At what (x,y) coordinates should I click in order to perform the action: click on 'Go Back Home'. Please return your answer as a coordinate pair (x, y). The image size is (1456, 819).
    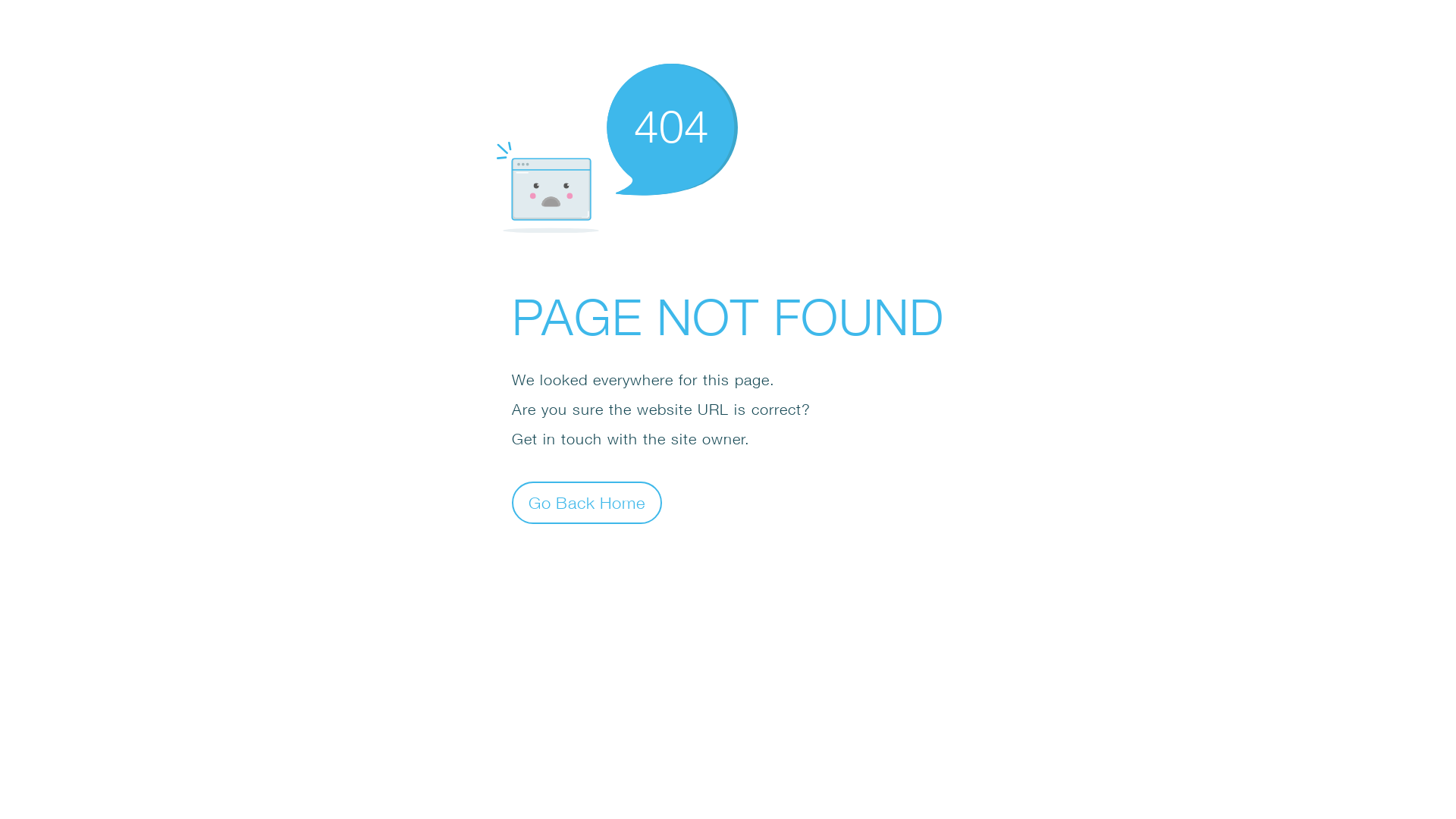
    Looking at the image, I should click on (585, 503).